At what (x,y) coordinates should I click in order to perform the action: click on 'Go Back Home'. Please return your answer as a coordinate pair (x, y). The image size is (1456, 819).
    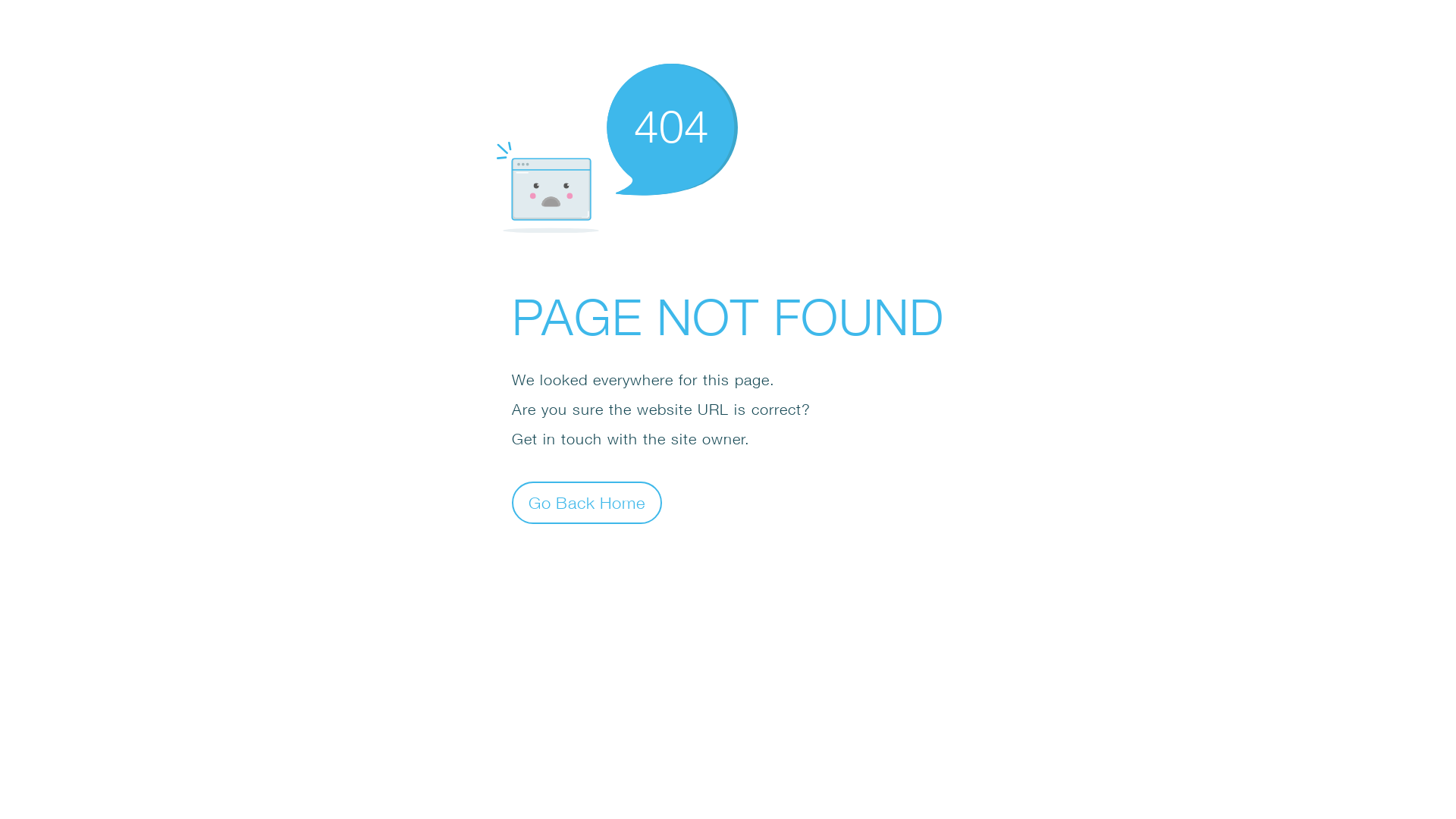
    Looking at the image, I should click on (585, 503).